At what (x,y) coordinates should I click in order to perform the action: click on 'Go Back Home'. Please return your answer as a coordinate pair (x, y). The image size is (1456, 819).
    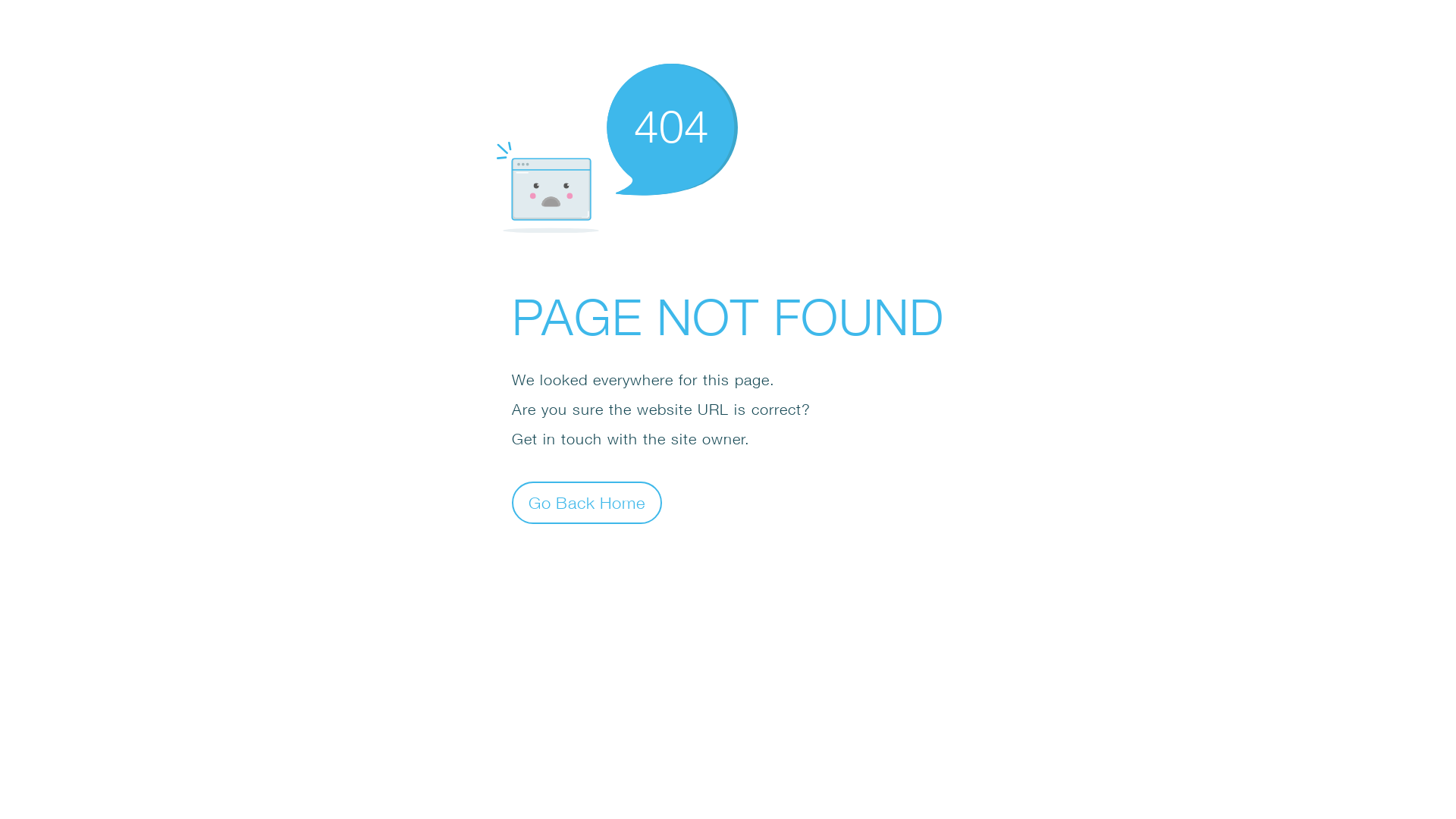
    Looking at the image, I should click on (585, 503).